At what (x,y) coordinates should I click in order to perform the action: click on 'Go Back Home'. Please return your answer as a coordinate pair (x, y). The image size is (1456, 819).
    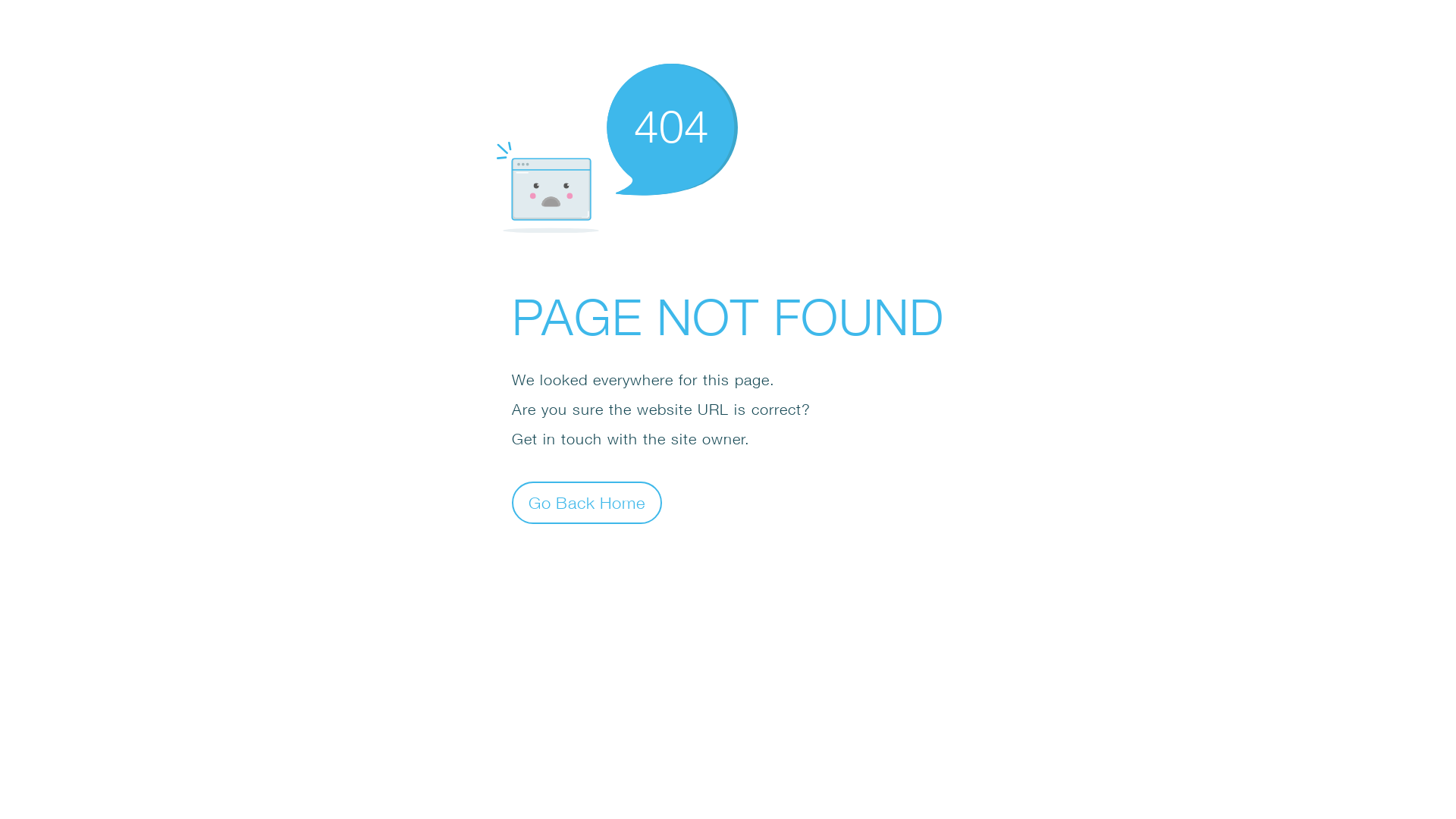
    Looking at the image, I should click on (585, 503).